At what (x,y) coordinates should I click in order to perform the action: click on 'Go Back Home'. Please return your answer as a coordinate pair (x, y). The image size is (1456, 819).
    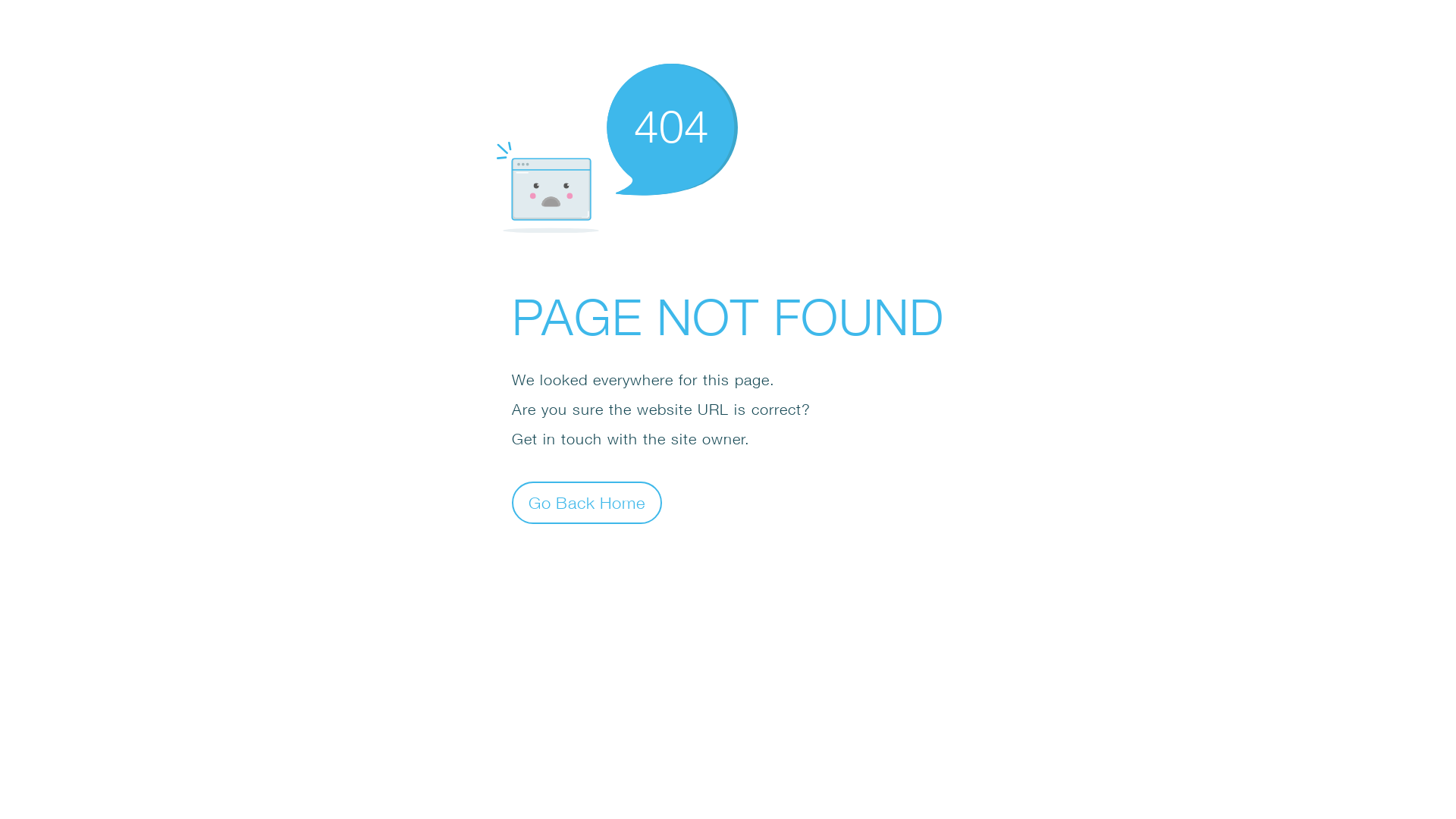
    Looking at the image, I should click on (585, 503).